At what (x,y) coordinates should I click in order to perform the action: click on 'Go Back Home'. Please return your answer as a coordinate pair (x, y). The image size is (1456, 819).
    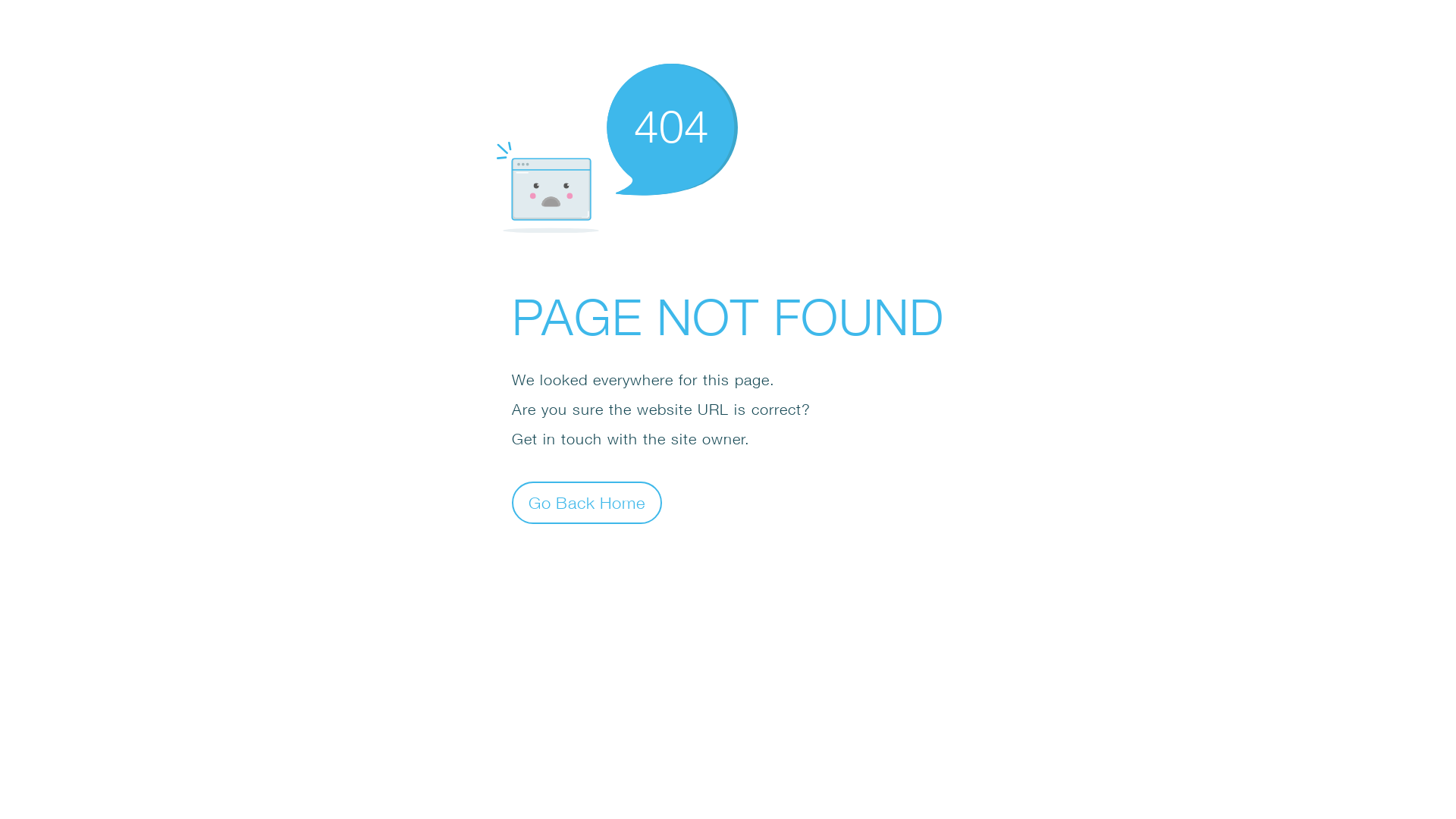
    Looking at the image, I should click on (585, 503).